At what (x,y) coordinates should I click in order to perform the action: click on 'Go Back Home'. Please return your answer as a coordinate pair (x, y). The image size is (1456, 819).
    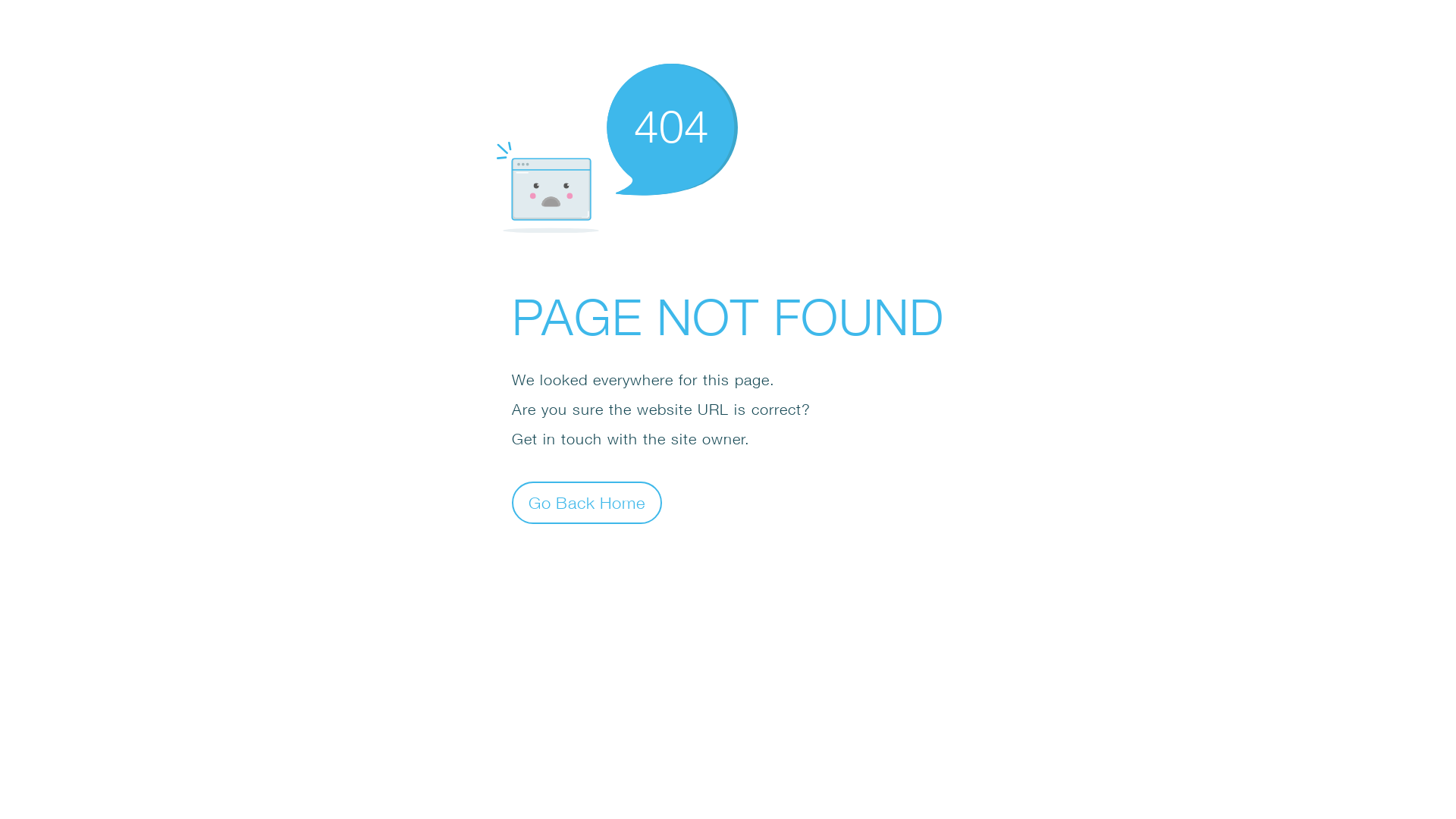
    Looking at the image, I should click on (585, 503).